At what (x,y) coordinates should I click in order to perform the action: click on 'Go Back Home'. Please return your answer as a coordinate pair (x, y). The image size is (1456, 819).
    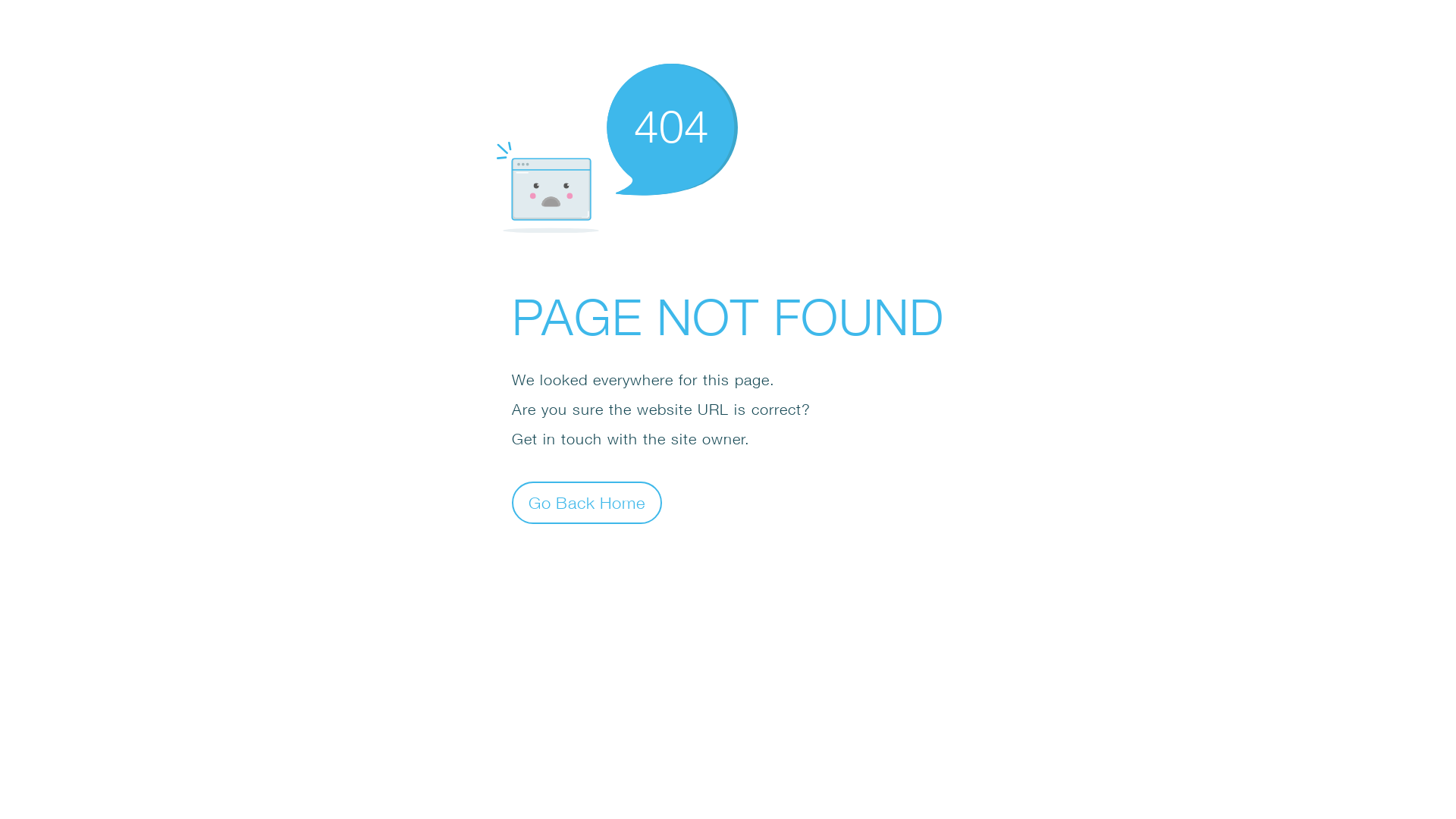
    Looking at the image, I should click on (585, 503).